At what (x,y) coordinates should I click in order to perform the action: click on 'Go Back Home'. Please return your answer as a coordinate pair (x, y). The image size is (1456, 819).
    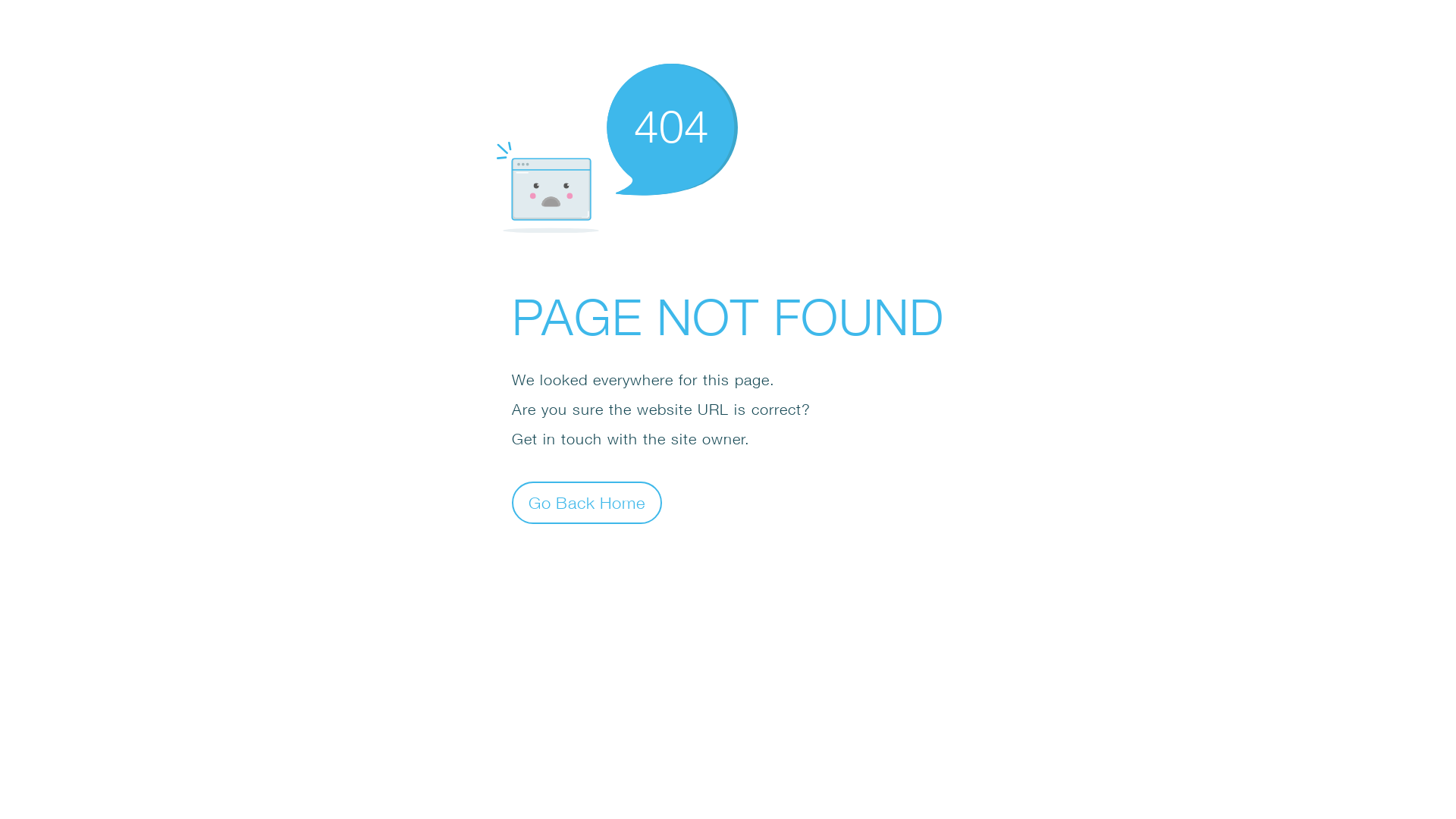
    Looking at the image, I should click on (585, 503).